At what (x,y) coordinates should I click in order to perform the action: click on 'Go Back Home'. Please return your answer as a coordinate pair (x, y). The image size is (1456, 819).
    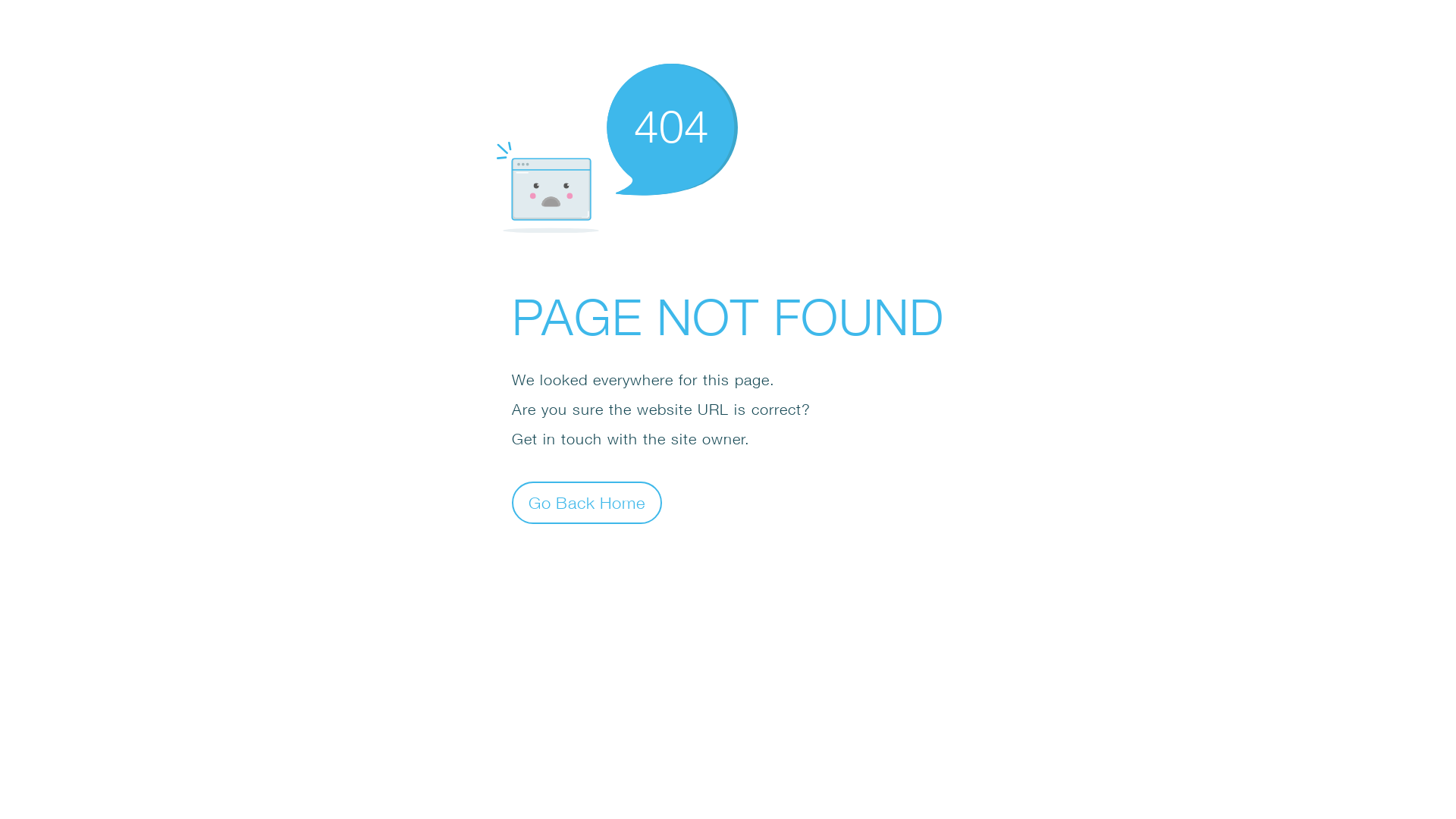
    Looking at the image, I should click on (585, 503).